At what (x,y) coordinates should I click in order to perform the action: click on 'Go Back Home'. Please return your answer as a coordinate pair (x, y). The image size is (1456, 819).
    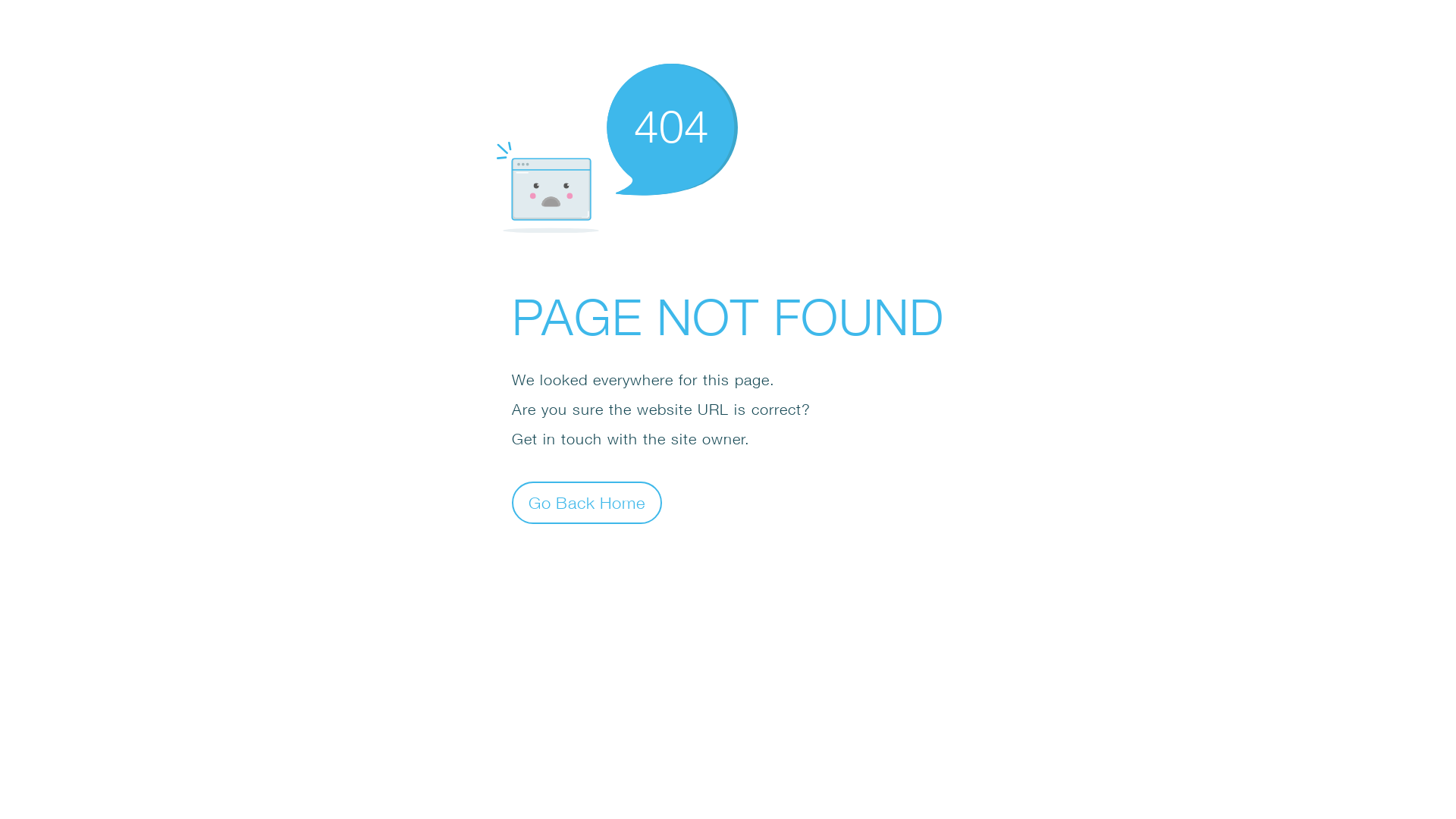
    Looking at the image, I should click on (585, 503).